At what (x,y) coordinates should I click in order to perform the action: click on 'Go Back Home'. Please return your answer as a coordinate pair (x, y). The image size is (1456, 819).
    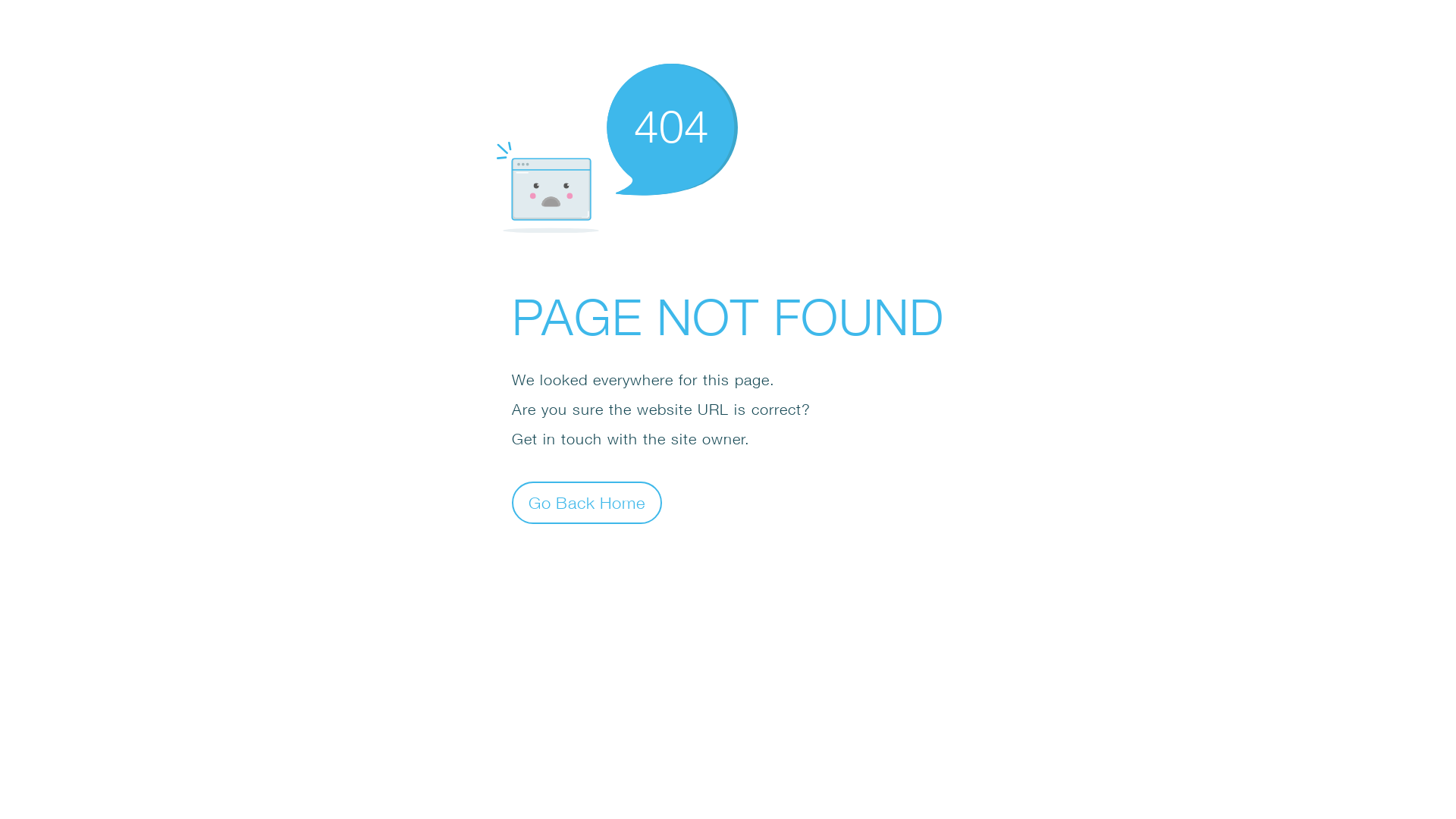
    Looking at the image, I should click on (585, 503).